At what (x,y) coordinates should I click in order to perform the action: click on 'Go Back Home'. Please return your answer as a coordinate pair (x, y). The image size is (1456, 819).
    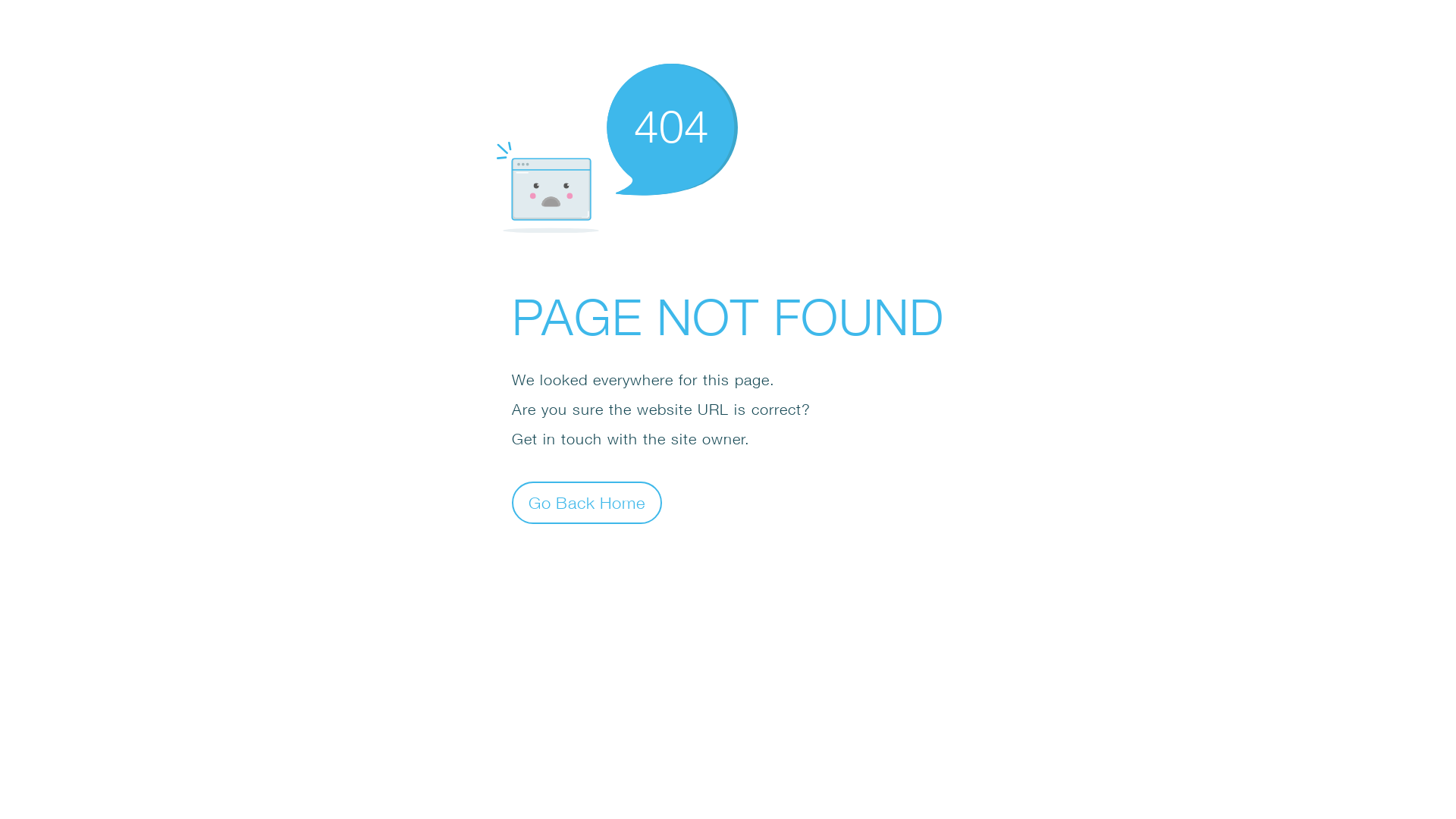
    Looking at the image, I should click on (585, 503).